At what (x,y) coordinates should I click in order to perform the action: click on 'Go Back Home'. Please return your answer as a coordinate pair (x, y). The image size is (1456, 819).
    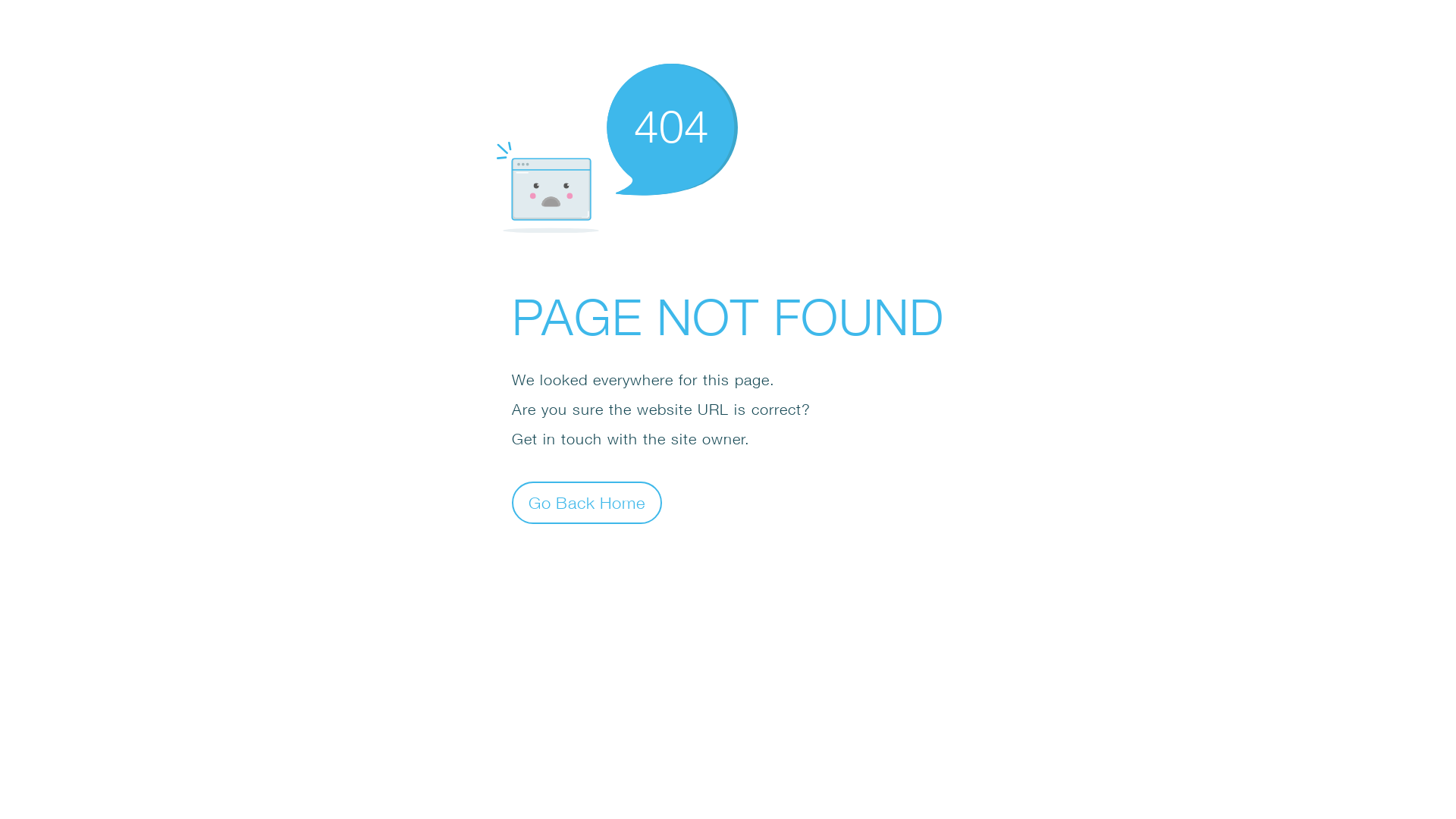
    Looking at the image, I should click on (585, 503).